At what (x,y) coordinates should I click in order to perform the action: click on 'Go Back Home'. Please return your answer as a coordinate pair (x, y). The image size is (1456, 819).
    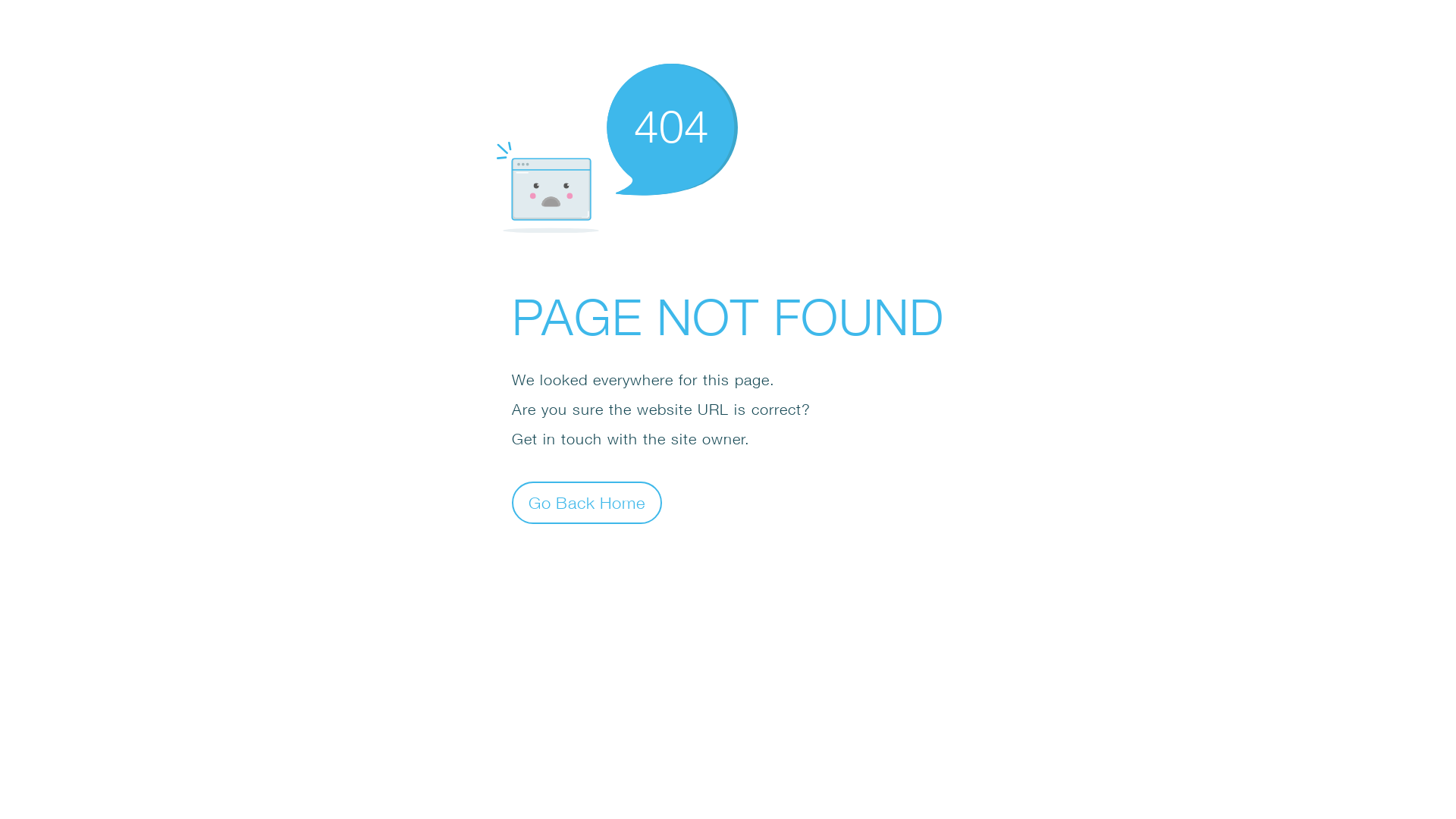
    Looking at the image, I should click on (585, 503).